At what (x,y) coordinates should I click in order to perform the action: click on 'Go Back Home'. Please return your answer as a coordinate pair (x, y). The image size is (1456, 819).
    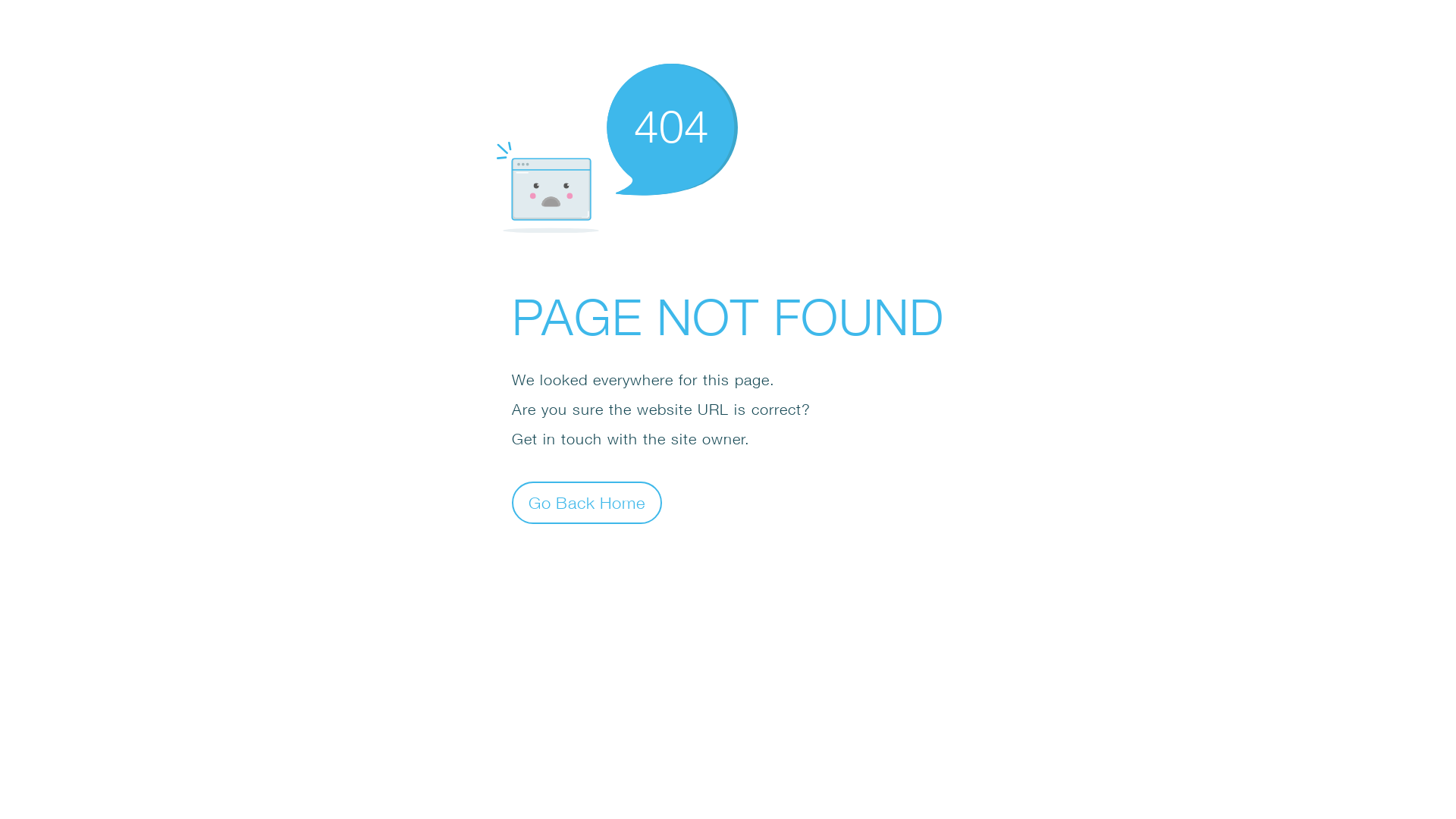
    Looking at the image, I should click on (585, 503).